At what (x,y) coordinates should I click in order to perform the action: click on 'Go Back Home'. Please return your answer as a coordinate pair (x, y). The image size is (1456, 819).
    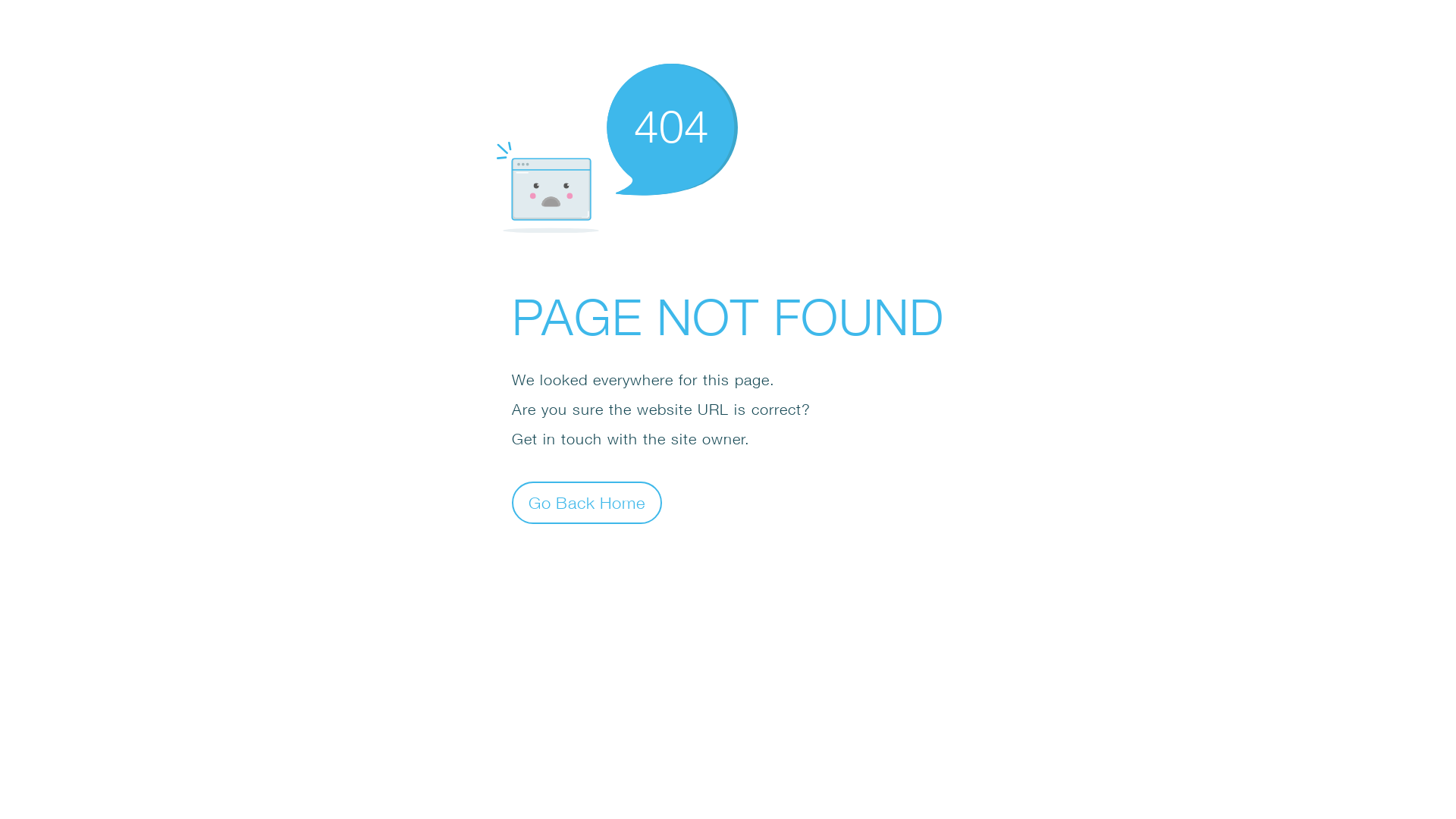
    Looking at the image, I should click on (585, 503).